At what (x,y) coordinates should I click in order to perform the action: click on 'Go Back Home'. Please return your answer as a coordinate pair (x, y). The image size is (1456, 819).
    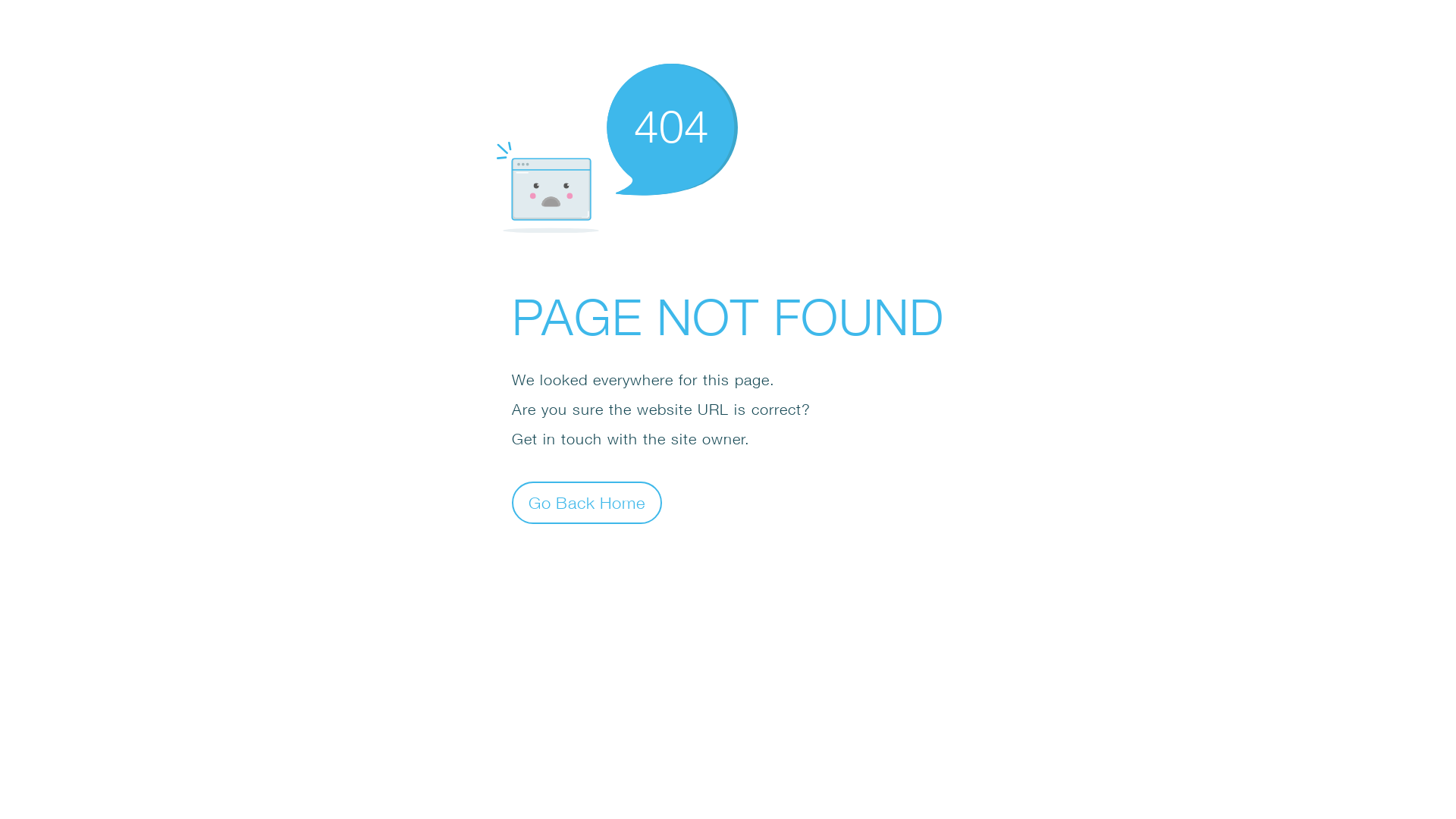
    Looking at the image, I should click on (585, 503).